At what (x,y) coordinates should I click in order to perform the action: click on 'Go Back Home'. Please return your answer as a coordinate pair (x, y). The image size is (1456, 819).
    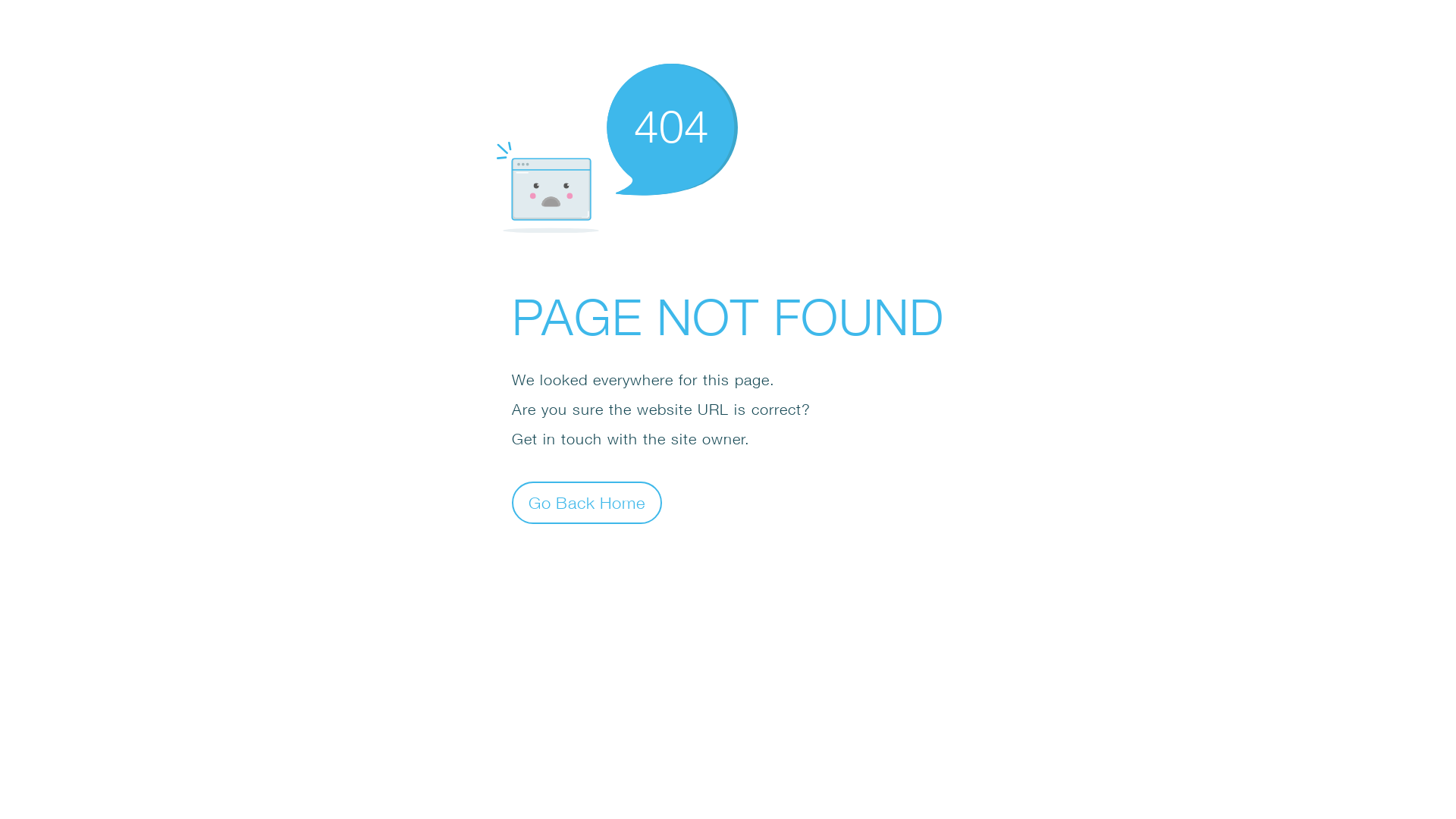
    Looking at the image, I should click on (585, 503).